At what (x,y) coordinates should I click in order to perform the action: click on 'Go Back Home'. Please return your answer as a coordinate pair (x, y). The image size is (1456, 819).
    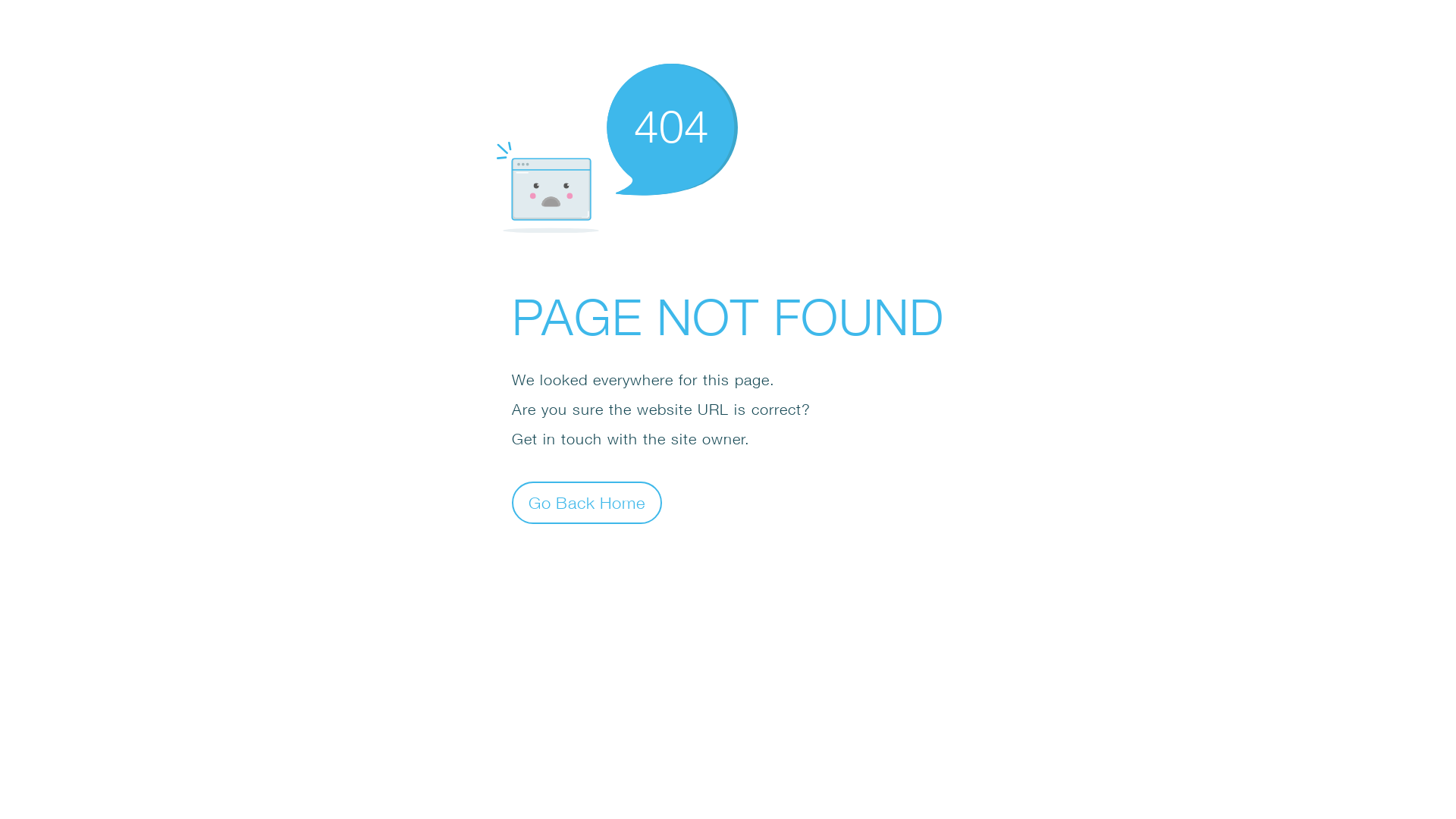
    Looking at the image, I should click on (585, 503).